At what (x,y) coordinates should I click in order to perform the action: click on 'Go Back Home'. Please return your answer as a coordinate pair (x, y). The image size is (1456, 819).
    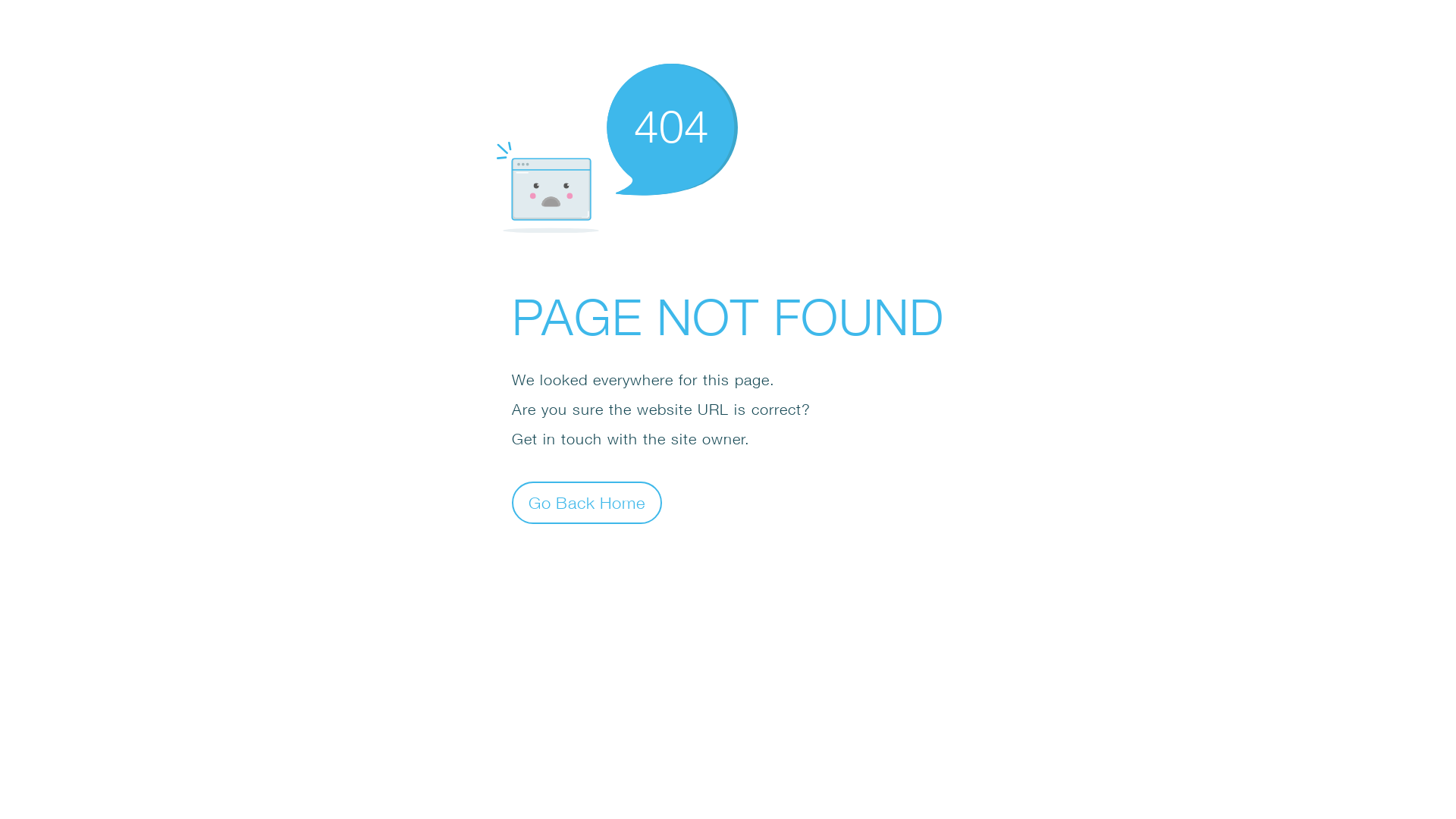
    Looking at the image, I should click on (585, 503).